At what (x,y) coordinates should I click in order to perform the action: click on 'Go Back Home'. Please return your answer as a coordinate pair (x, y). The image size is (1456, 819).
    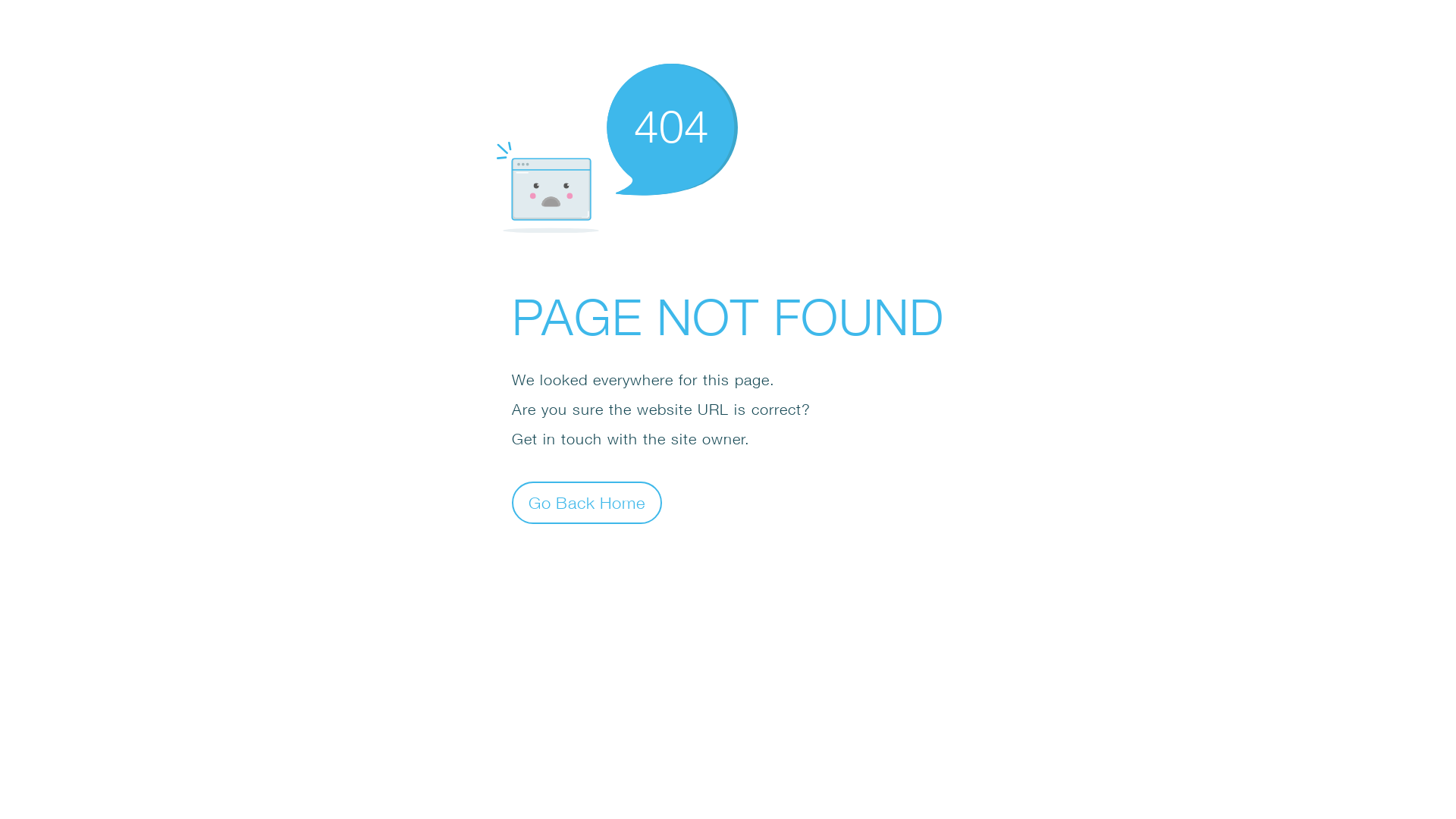
    Looking at the image, I should click on (585, 503).